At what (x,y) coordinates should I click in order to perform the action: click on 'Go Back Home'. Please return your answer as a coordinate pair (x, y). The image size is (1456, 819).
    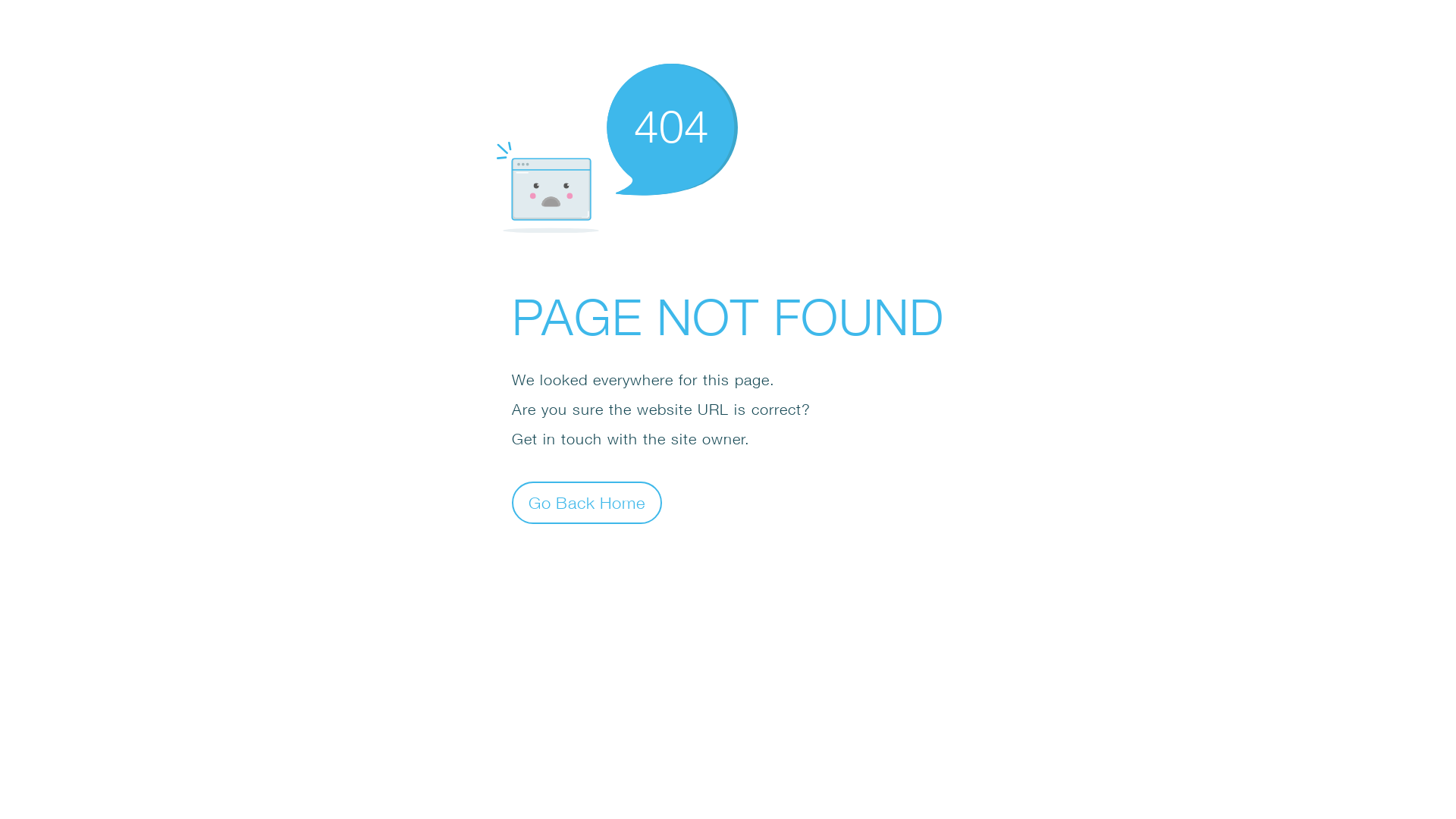
    Looking at the image, I should click on (585, 503).